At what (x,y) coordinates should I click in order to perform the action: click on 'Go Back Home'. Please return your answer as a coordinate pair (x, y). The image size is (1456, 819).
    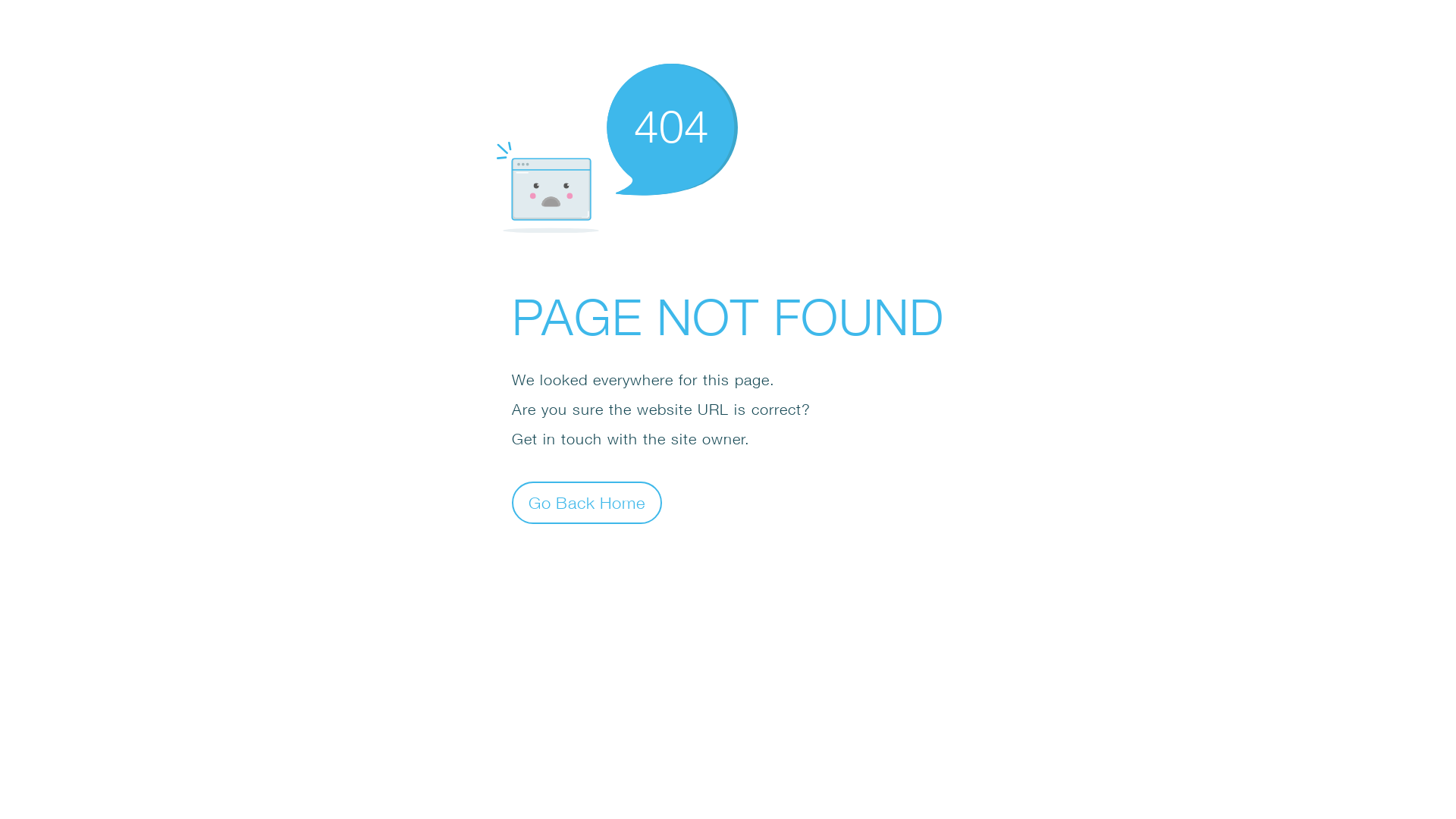
    Looking at the image, I should click on (585, 503).